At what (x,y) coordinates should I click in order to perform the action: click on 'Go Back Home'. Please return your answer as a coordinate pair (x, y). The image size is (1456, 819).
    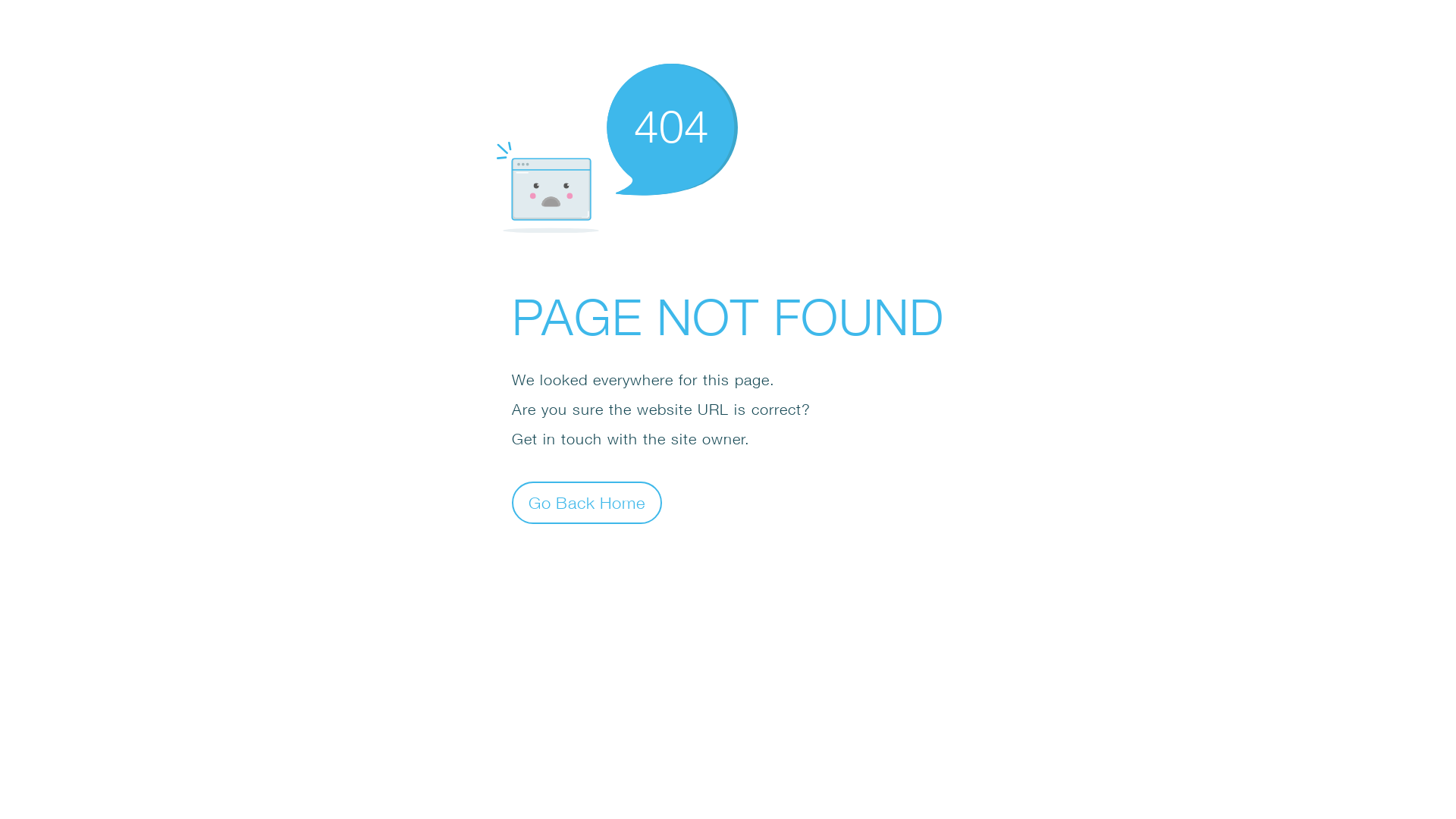
    Looking at the image, I should click on (585, 503).